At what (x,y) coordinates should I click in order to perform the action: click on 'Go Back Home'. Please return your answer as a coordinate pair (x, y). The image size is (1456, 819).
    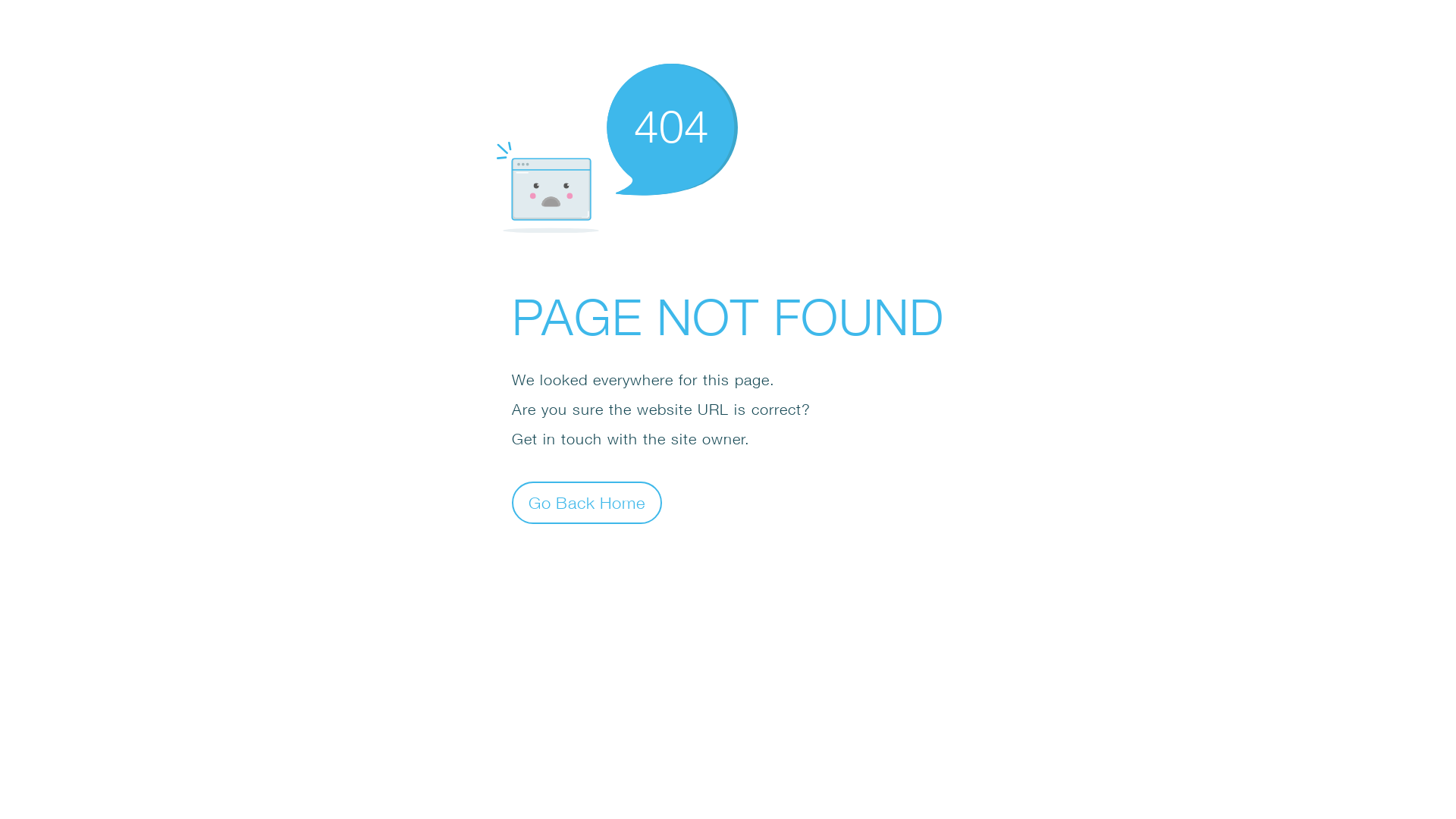
    Looking at the image, I should click on (585, 503).